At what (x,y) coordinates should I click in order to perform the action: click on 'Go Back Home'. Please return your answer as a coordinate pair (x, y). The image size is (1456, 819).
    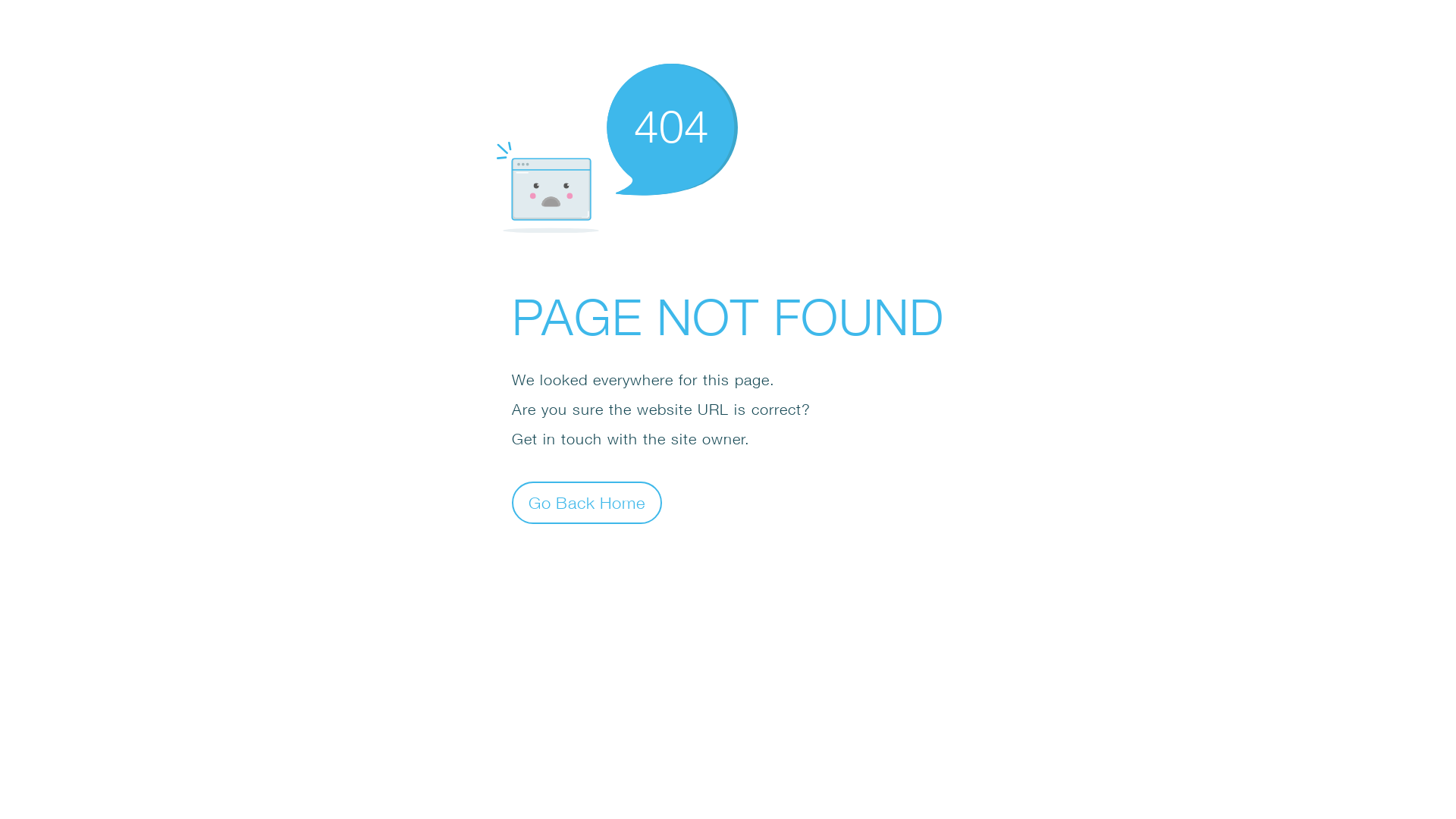
    Looking at the image, I should click on (585, 503).